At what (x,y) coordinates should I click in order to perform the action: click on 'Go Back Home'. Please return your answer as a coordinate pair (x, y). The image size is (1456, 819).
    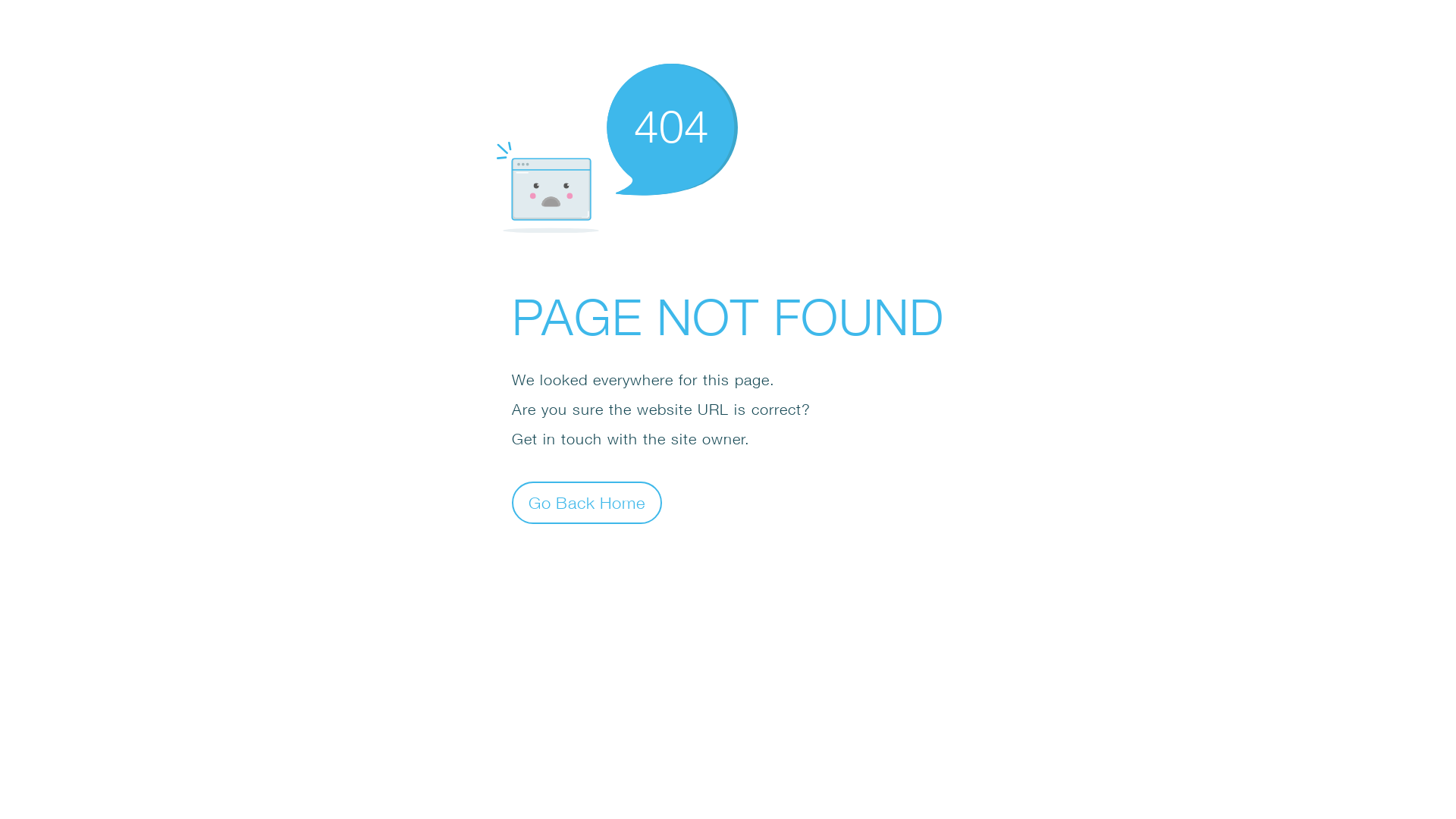
    Looking at the image, I should click on (585, 503).